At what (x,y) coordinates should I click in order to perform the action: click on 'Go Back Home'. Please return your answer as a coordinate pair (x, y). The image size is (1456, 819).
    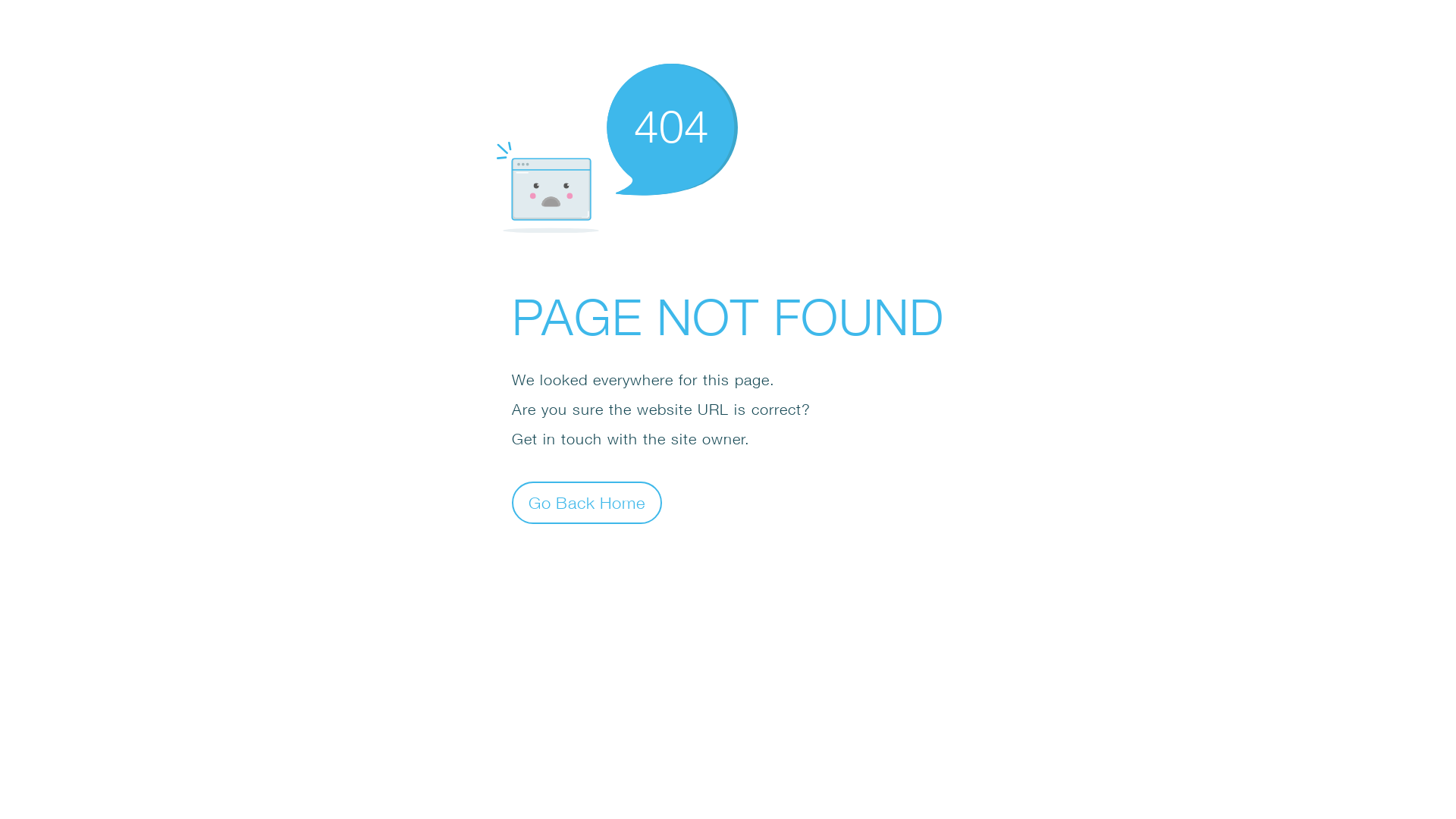
    Looking at the image, I should click on (585, 503).